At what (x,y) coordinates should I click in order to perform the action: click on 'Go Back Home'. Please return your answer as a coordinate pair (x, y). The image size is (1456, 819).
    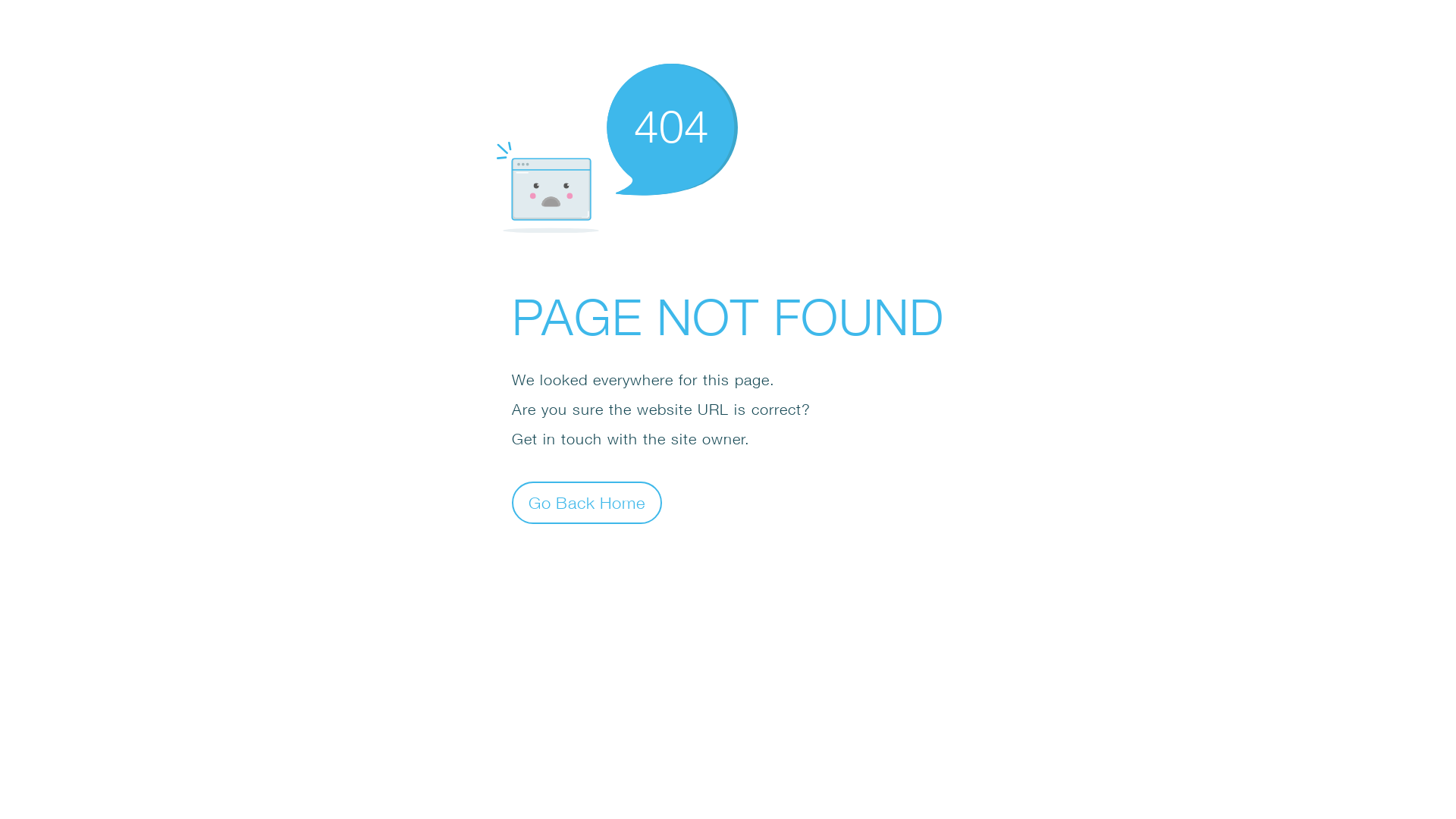
    Looking at the image, I should click on (585, 503).